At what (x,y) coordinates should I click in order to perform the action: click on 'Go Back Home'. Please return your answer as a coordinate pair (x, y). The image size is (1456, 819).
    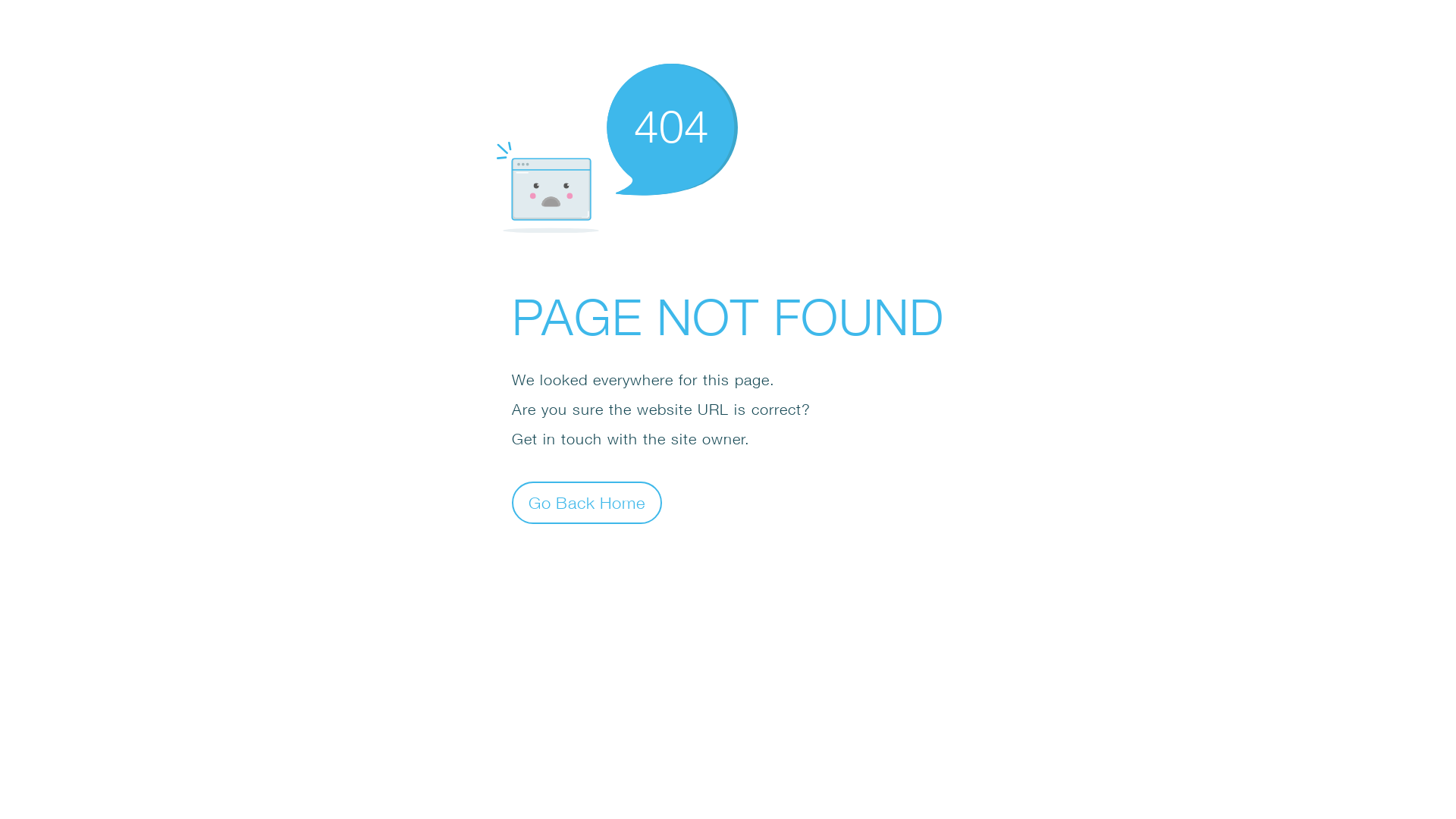
    Looking at the image, I should click on (585, 503).